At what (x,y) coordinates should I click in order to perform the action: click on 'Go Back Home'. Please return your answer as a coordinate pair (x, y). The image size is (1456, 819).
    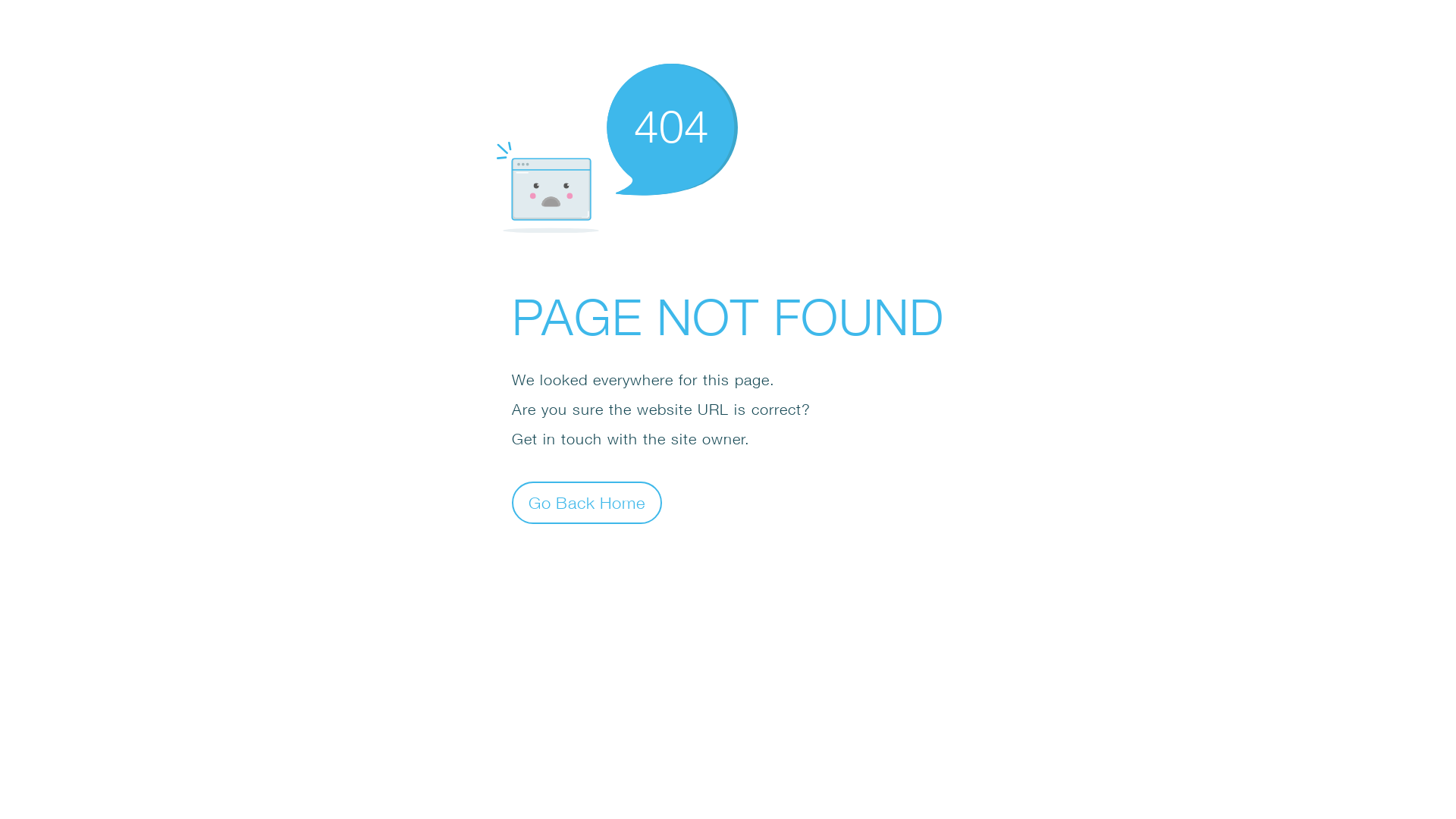
    Looking at the image, I should click on (585, 503).